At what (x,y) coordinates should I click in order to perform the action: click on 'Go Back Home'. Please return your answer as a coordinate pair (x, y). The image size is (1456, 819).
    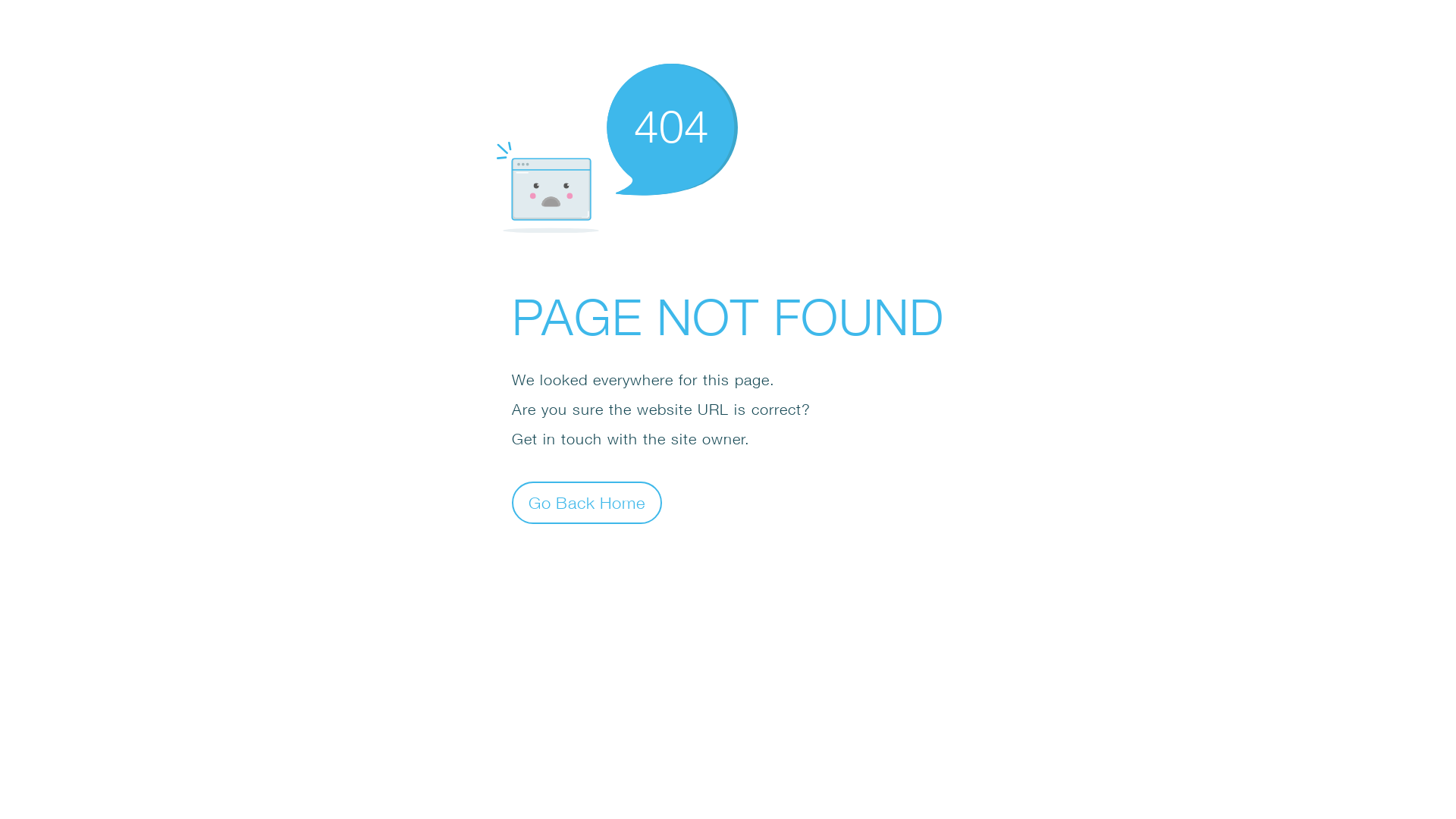
    Looking at the image, I should click on (585, 503).